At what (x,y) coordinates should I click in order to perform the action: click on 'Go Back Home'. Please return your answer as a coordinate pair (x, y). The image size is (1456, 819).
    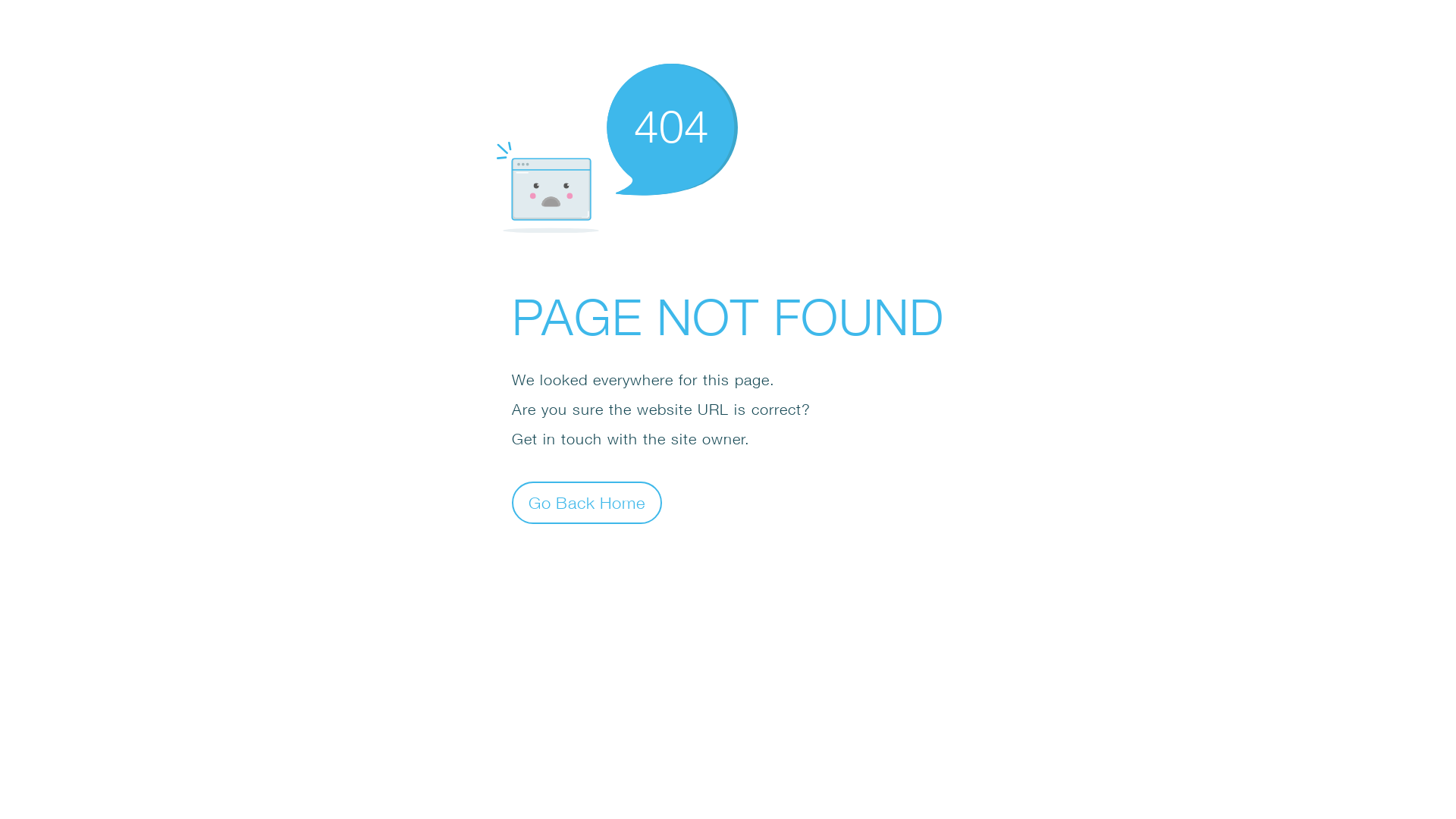
    Looking at the image, I should click on (585, 503).